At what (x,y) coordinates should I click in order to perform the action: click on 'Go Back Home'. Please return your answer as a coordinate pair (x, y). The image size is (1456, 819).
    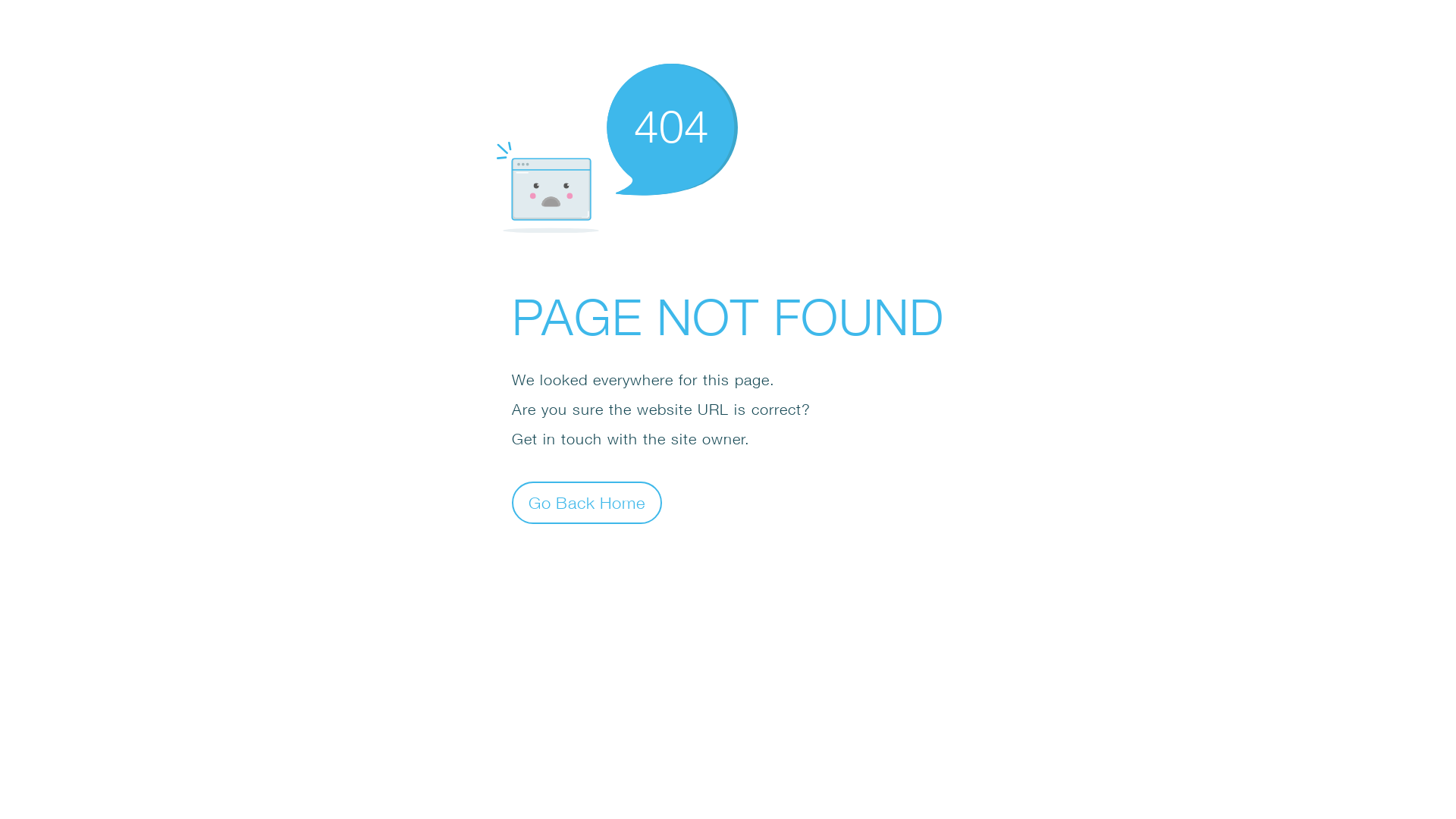
    Looking at the image, I should click on (585, 503).